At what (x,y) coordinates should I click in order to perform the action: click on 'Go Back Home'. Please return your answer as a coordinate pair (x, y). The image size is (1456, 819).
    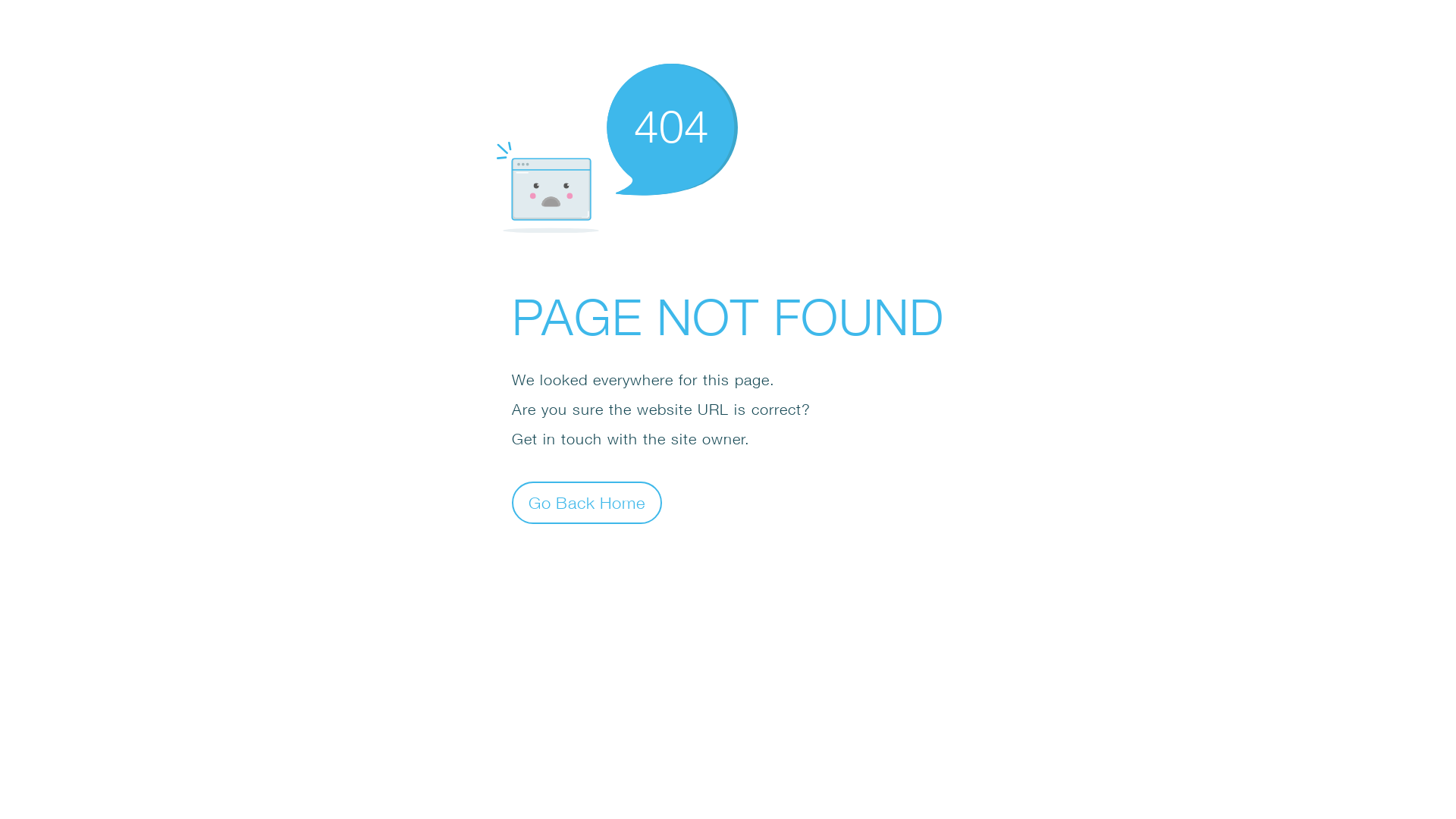
    Looking at the image, I should click on (585, 503).